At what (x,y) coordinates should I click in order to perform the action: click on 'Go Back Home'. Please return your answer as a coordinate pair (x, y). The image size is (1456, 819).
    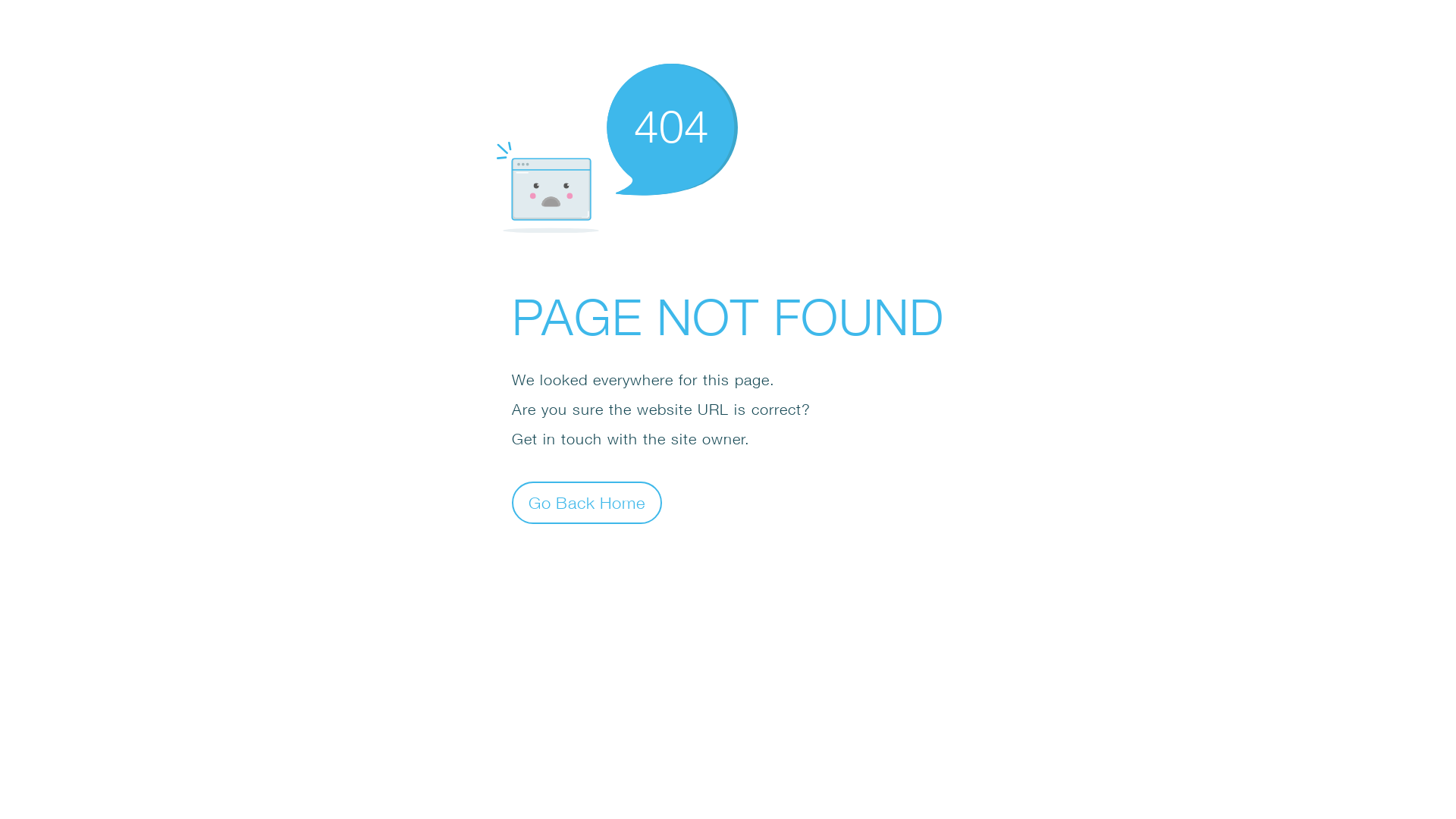
    Looking at the image, I should click on (585, 503).